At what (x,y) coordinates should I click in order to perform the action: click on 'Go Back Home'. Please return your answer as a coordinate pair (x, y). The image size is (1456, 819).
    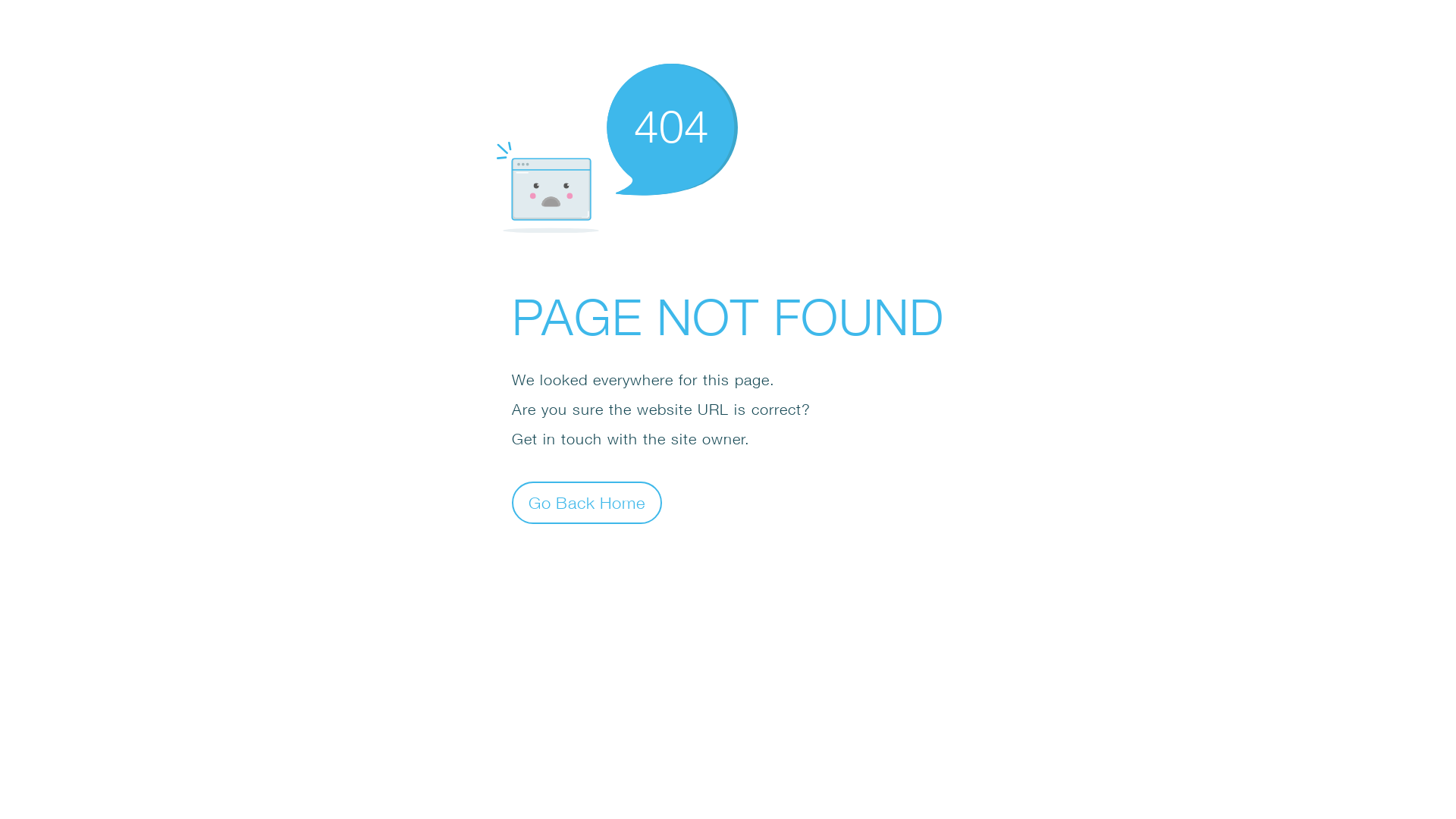
    Looking at the image, I should click on (585, 503).